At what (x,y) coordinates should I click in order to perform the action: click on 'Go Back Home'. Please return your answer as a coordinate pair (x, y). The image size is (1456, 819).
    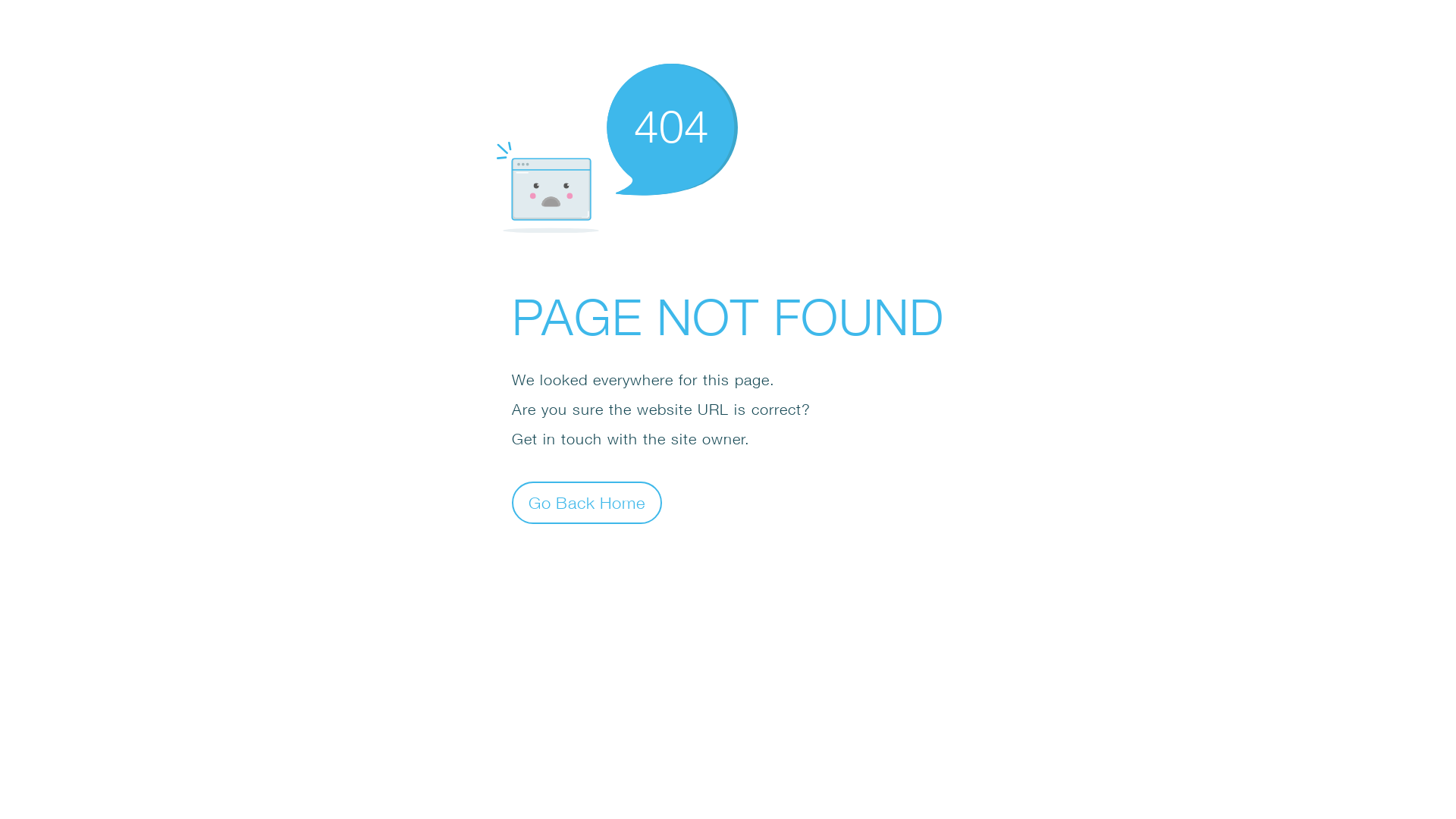
    Looking at the image, I should click on (585, 503).